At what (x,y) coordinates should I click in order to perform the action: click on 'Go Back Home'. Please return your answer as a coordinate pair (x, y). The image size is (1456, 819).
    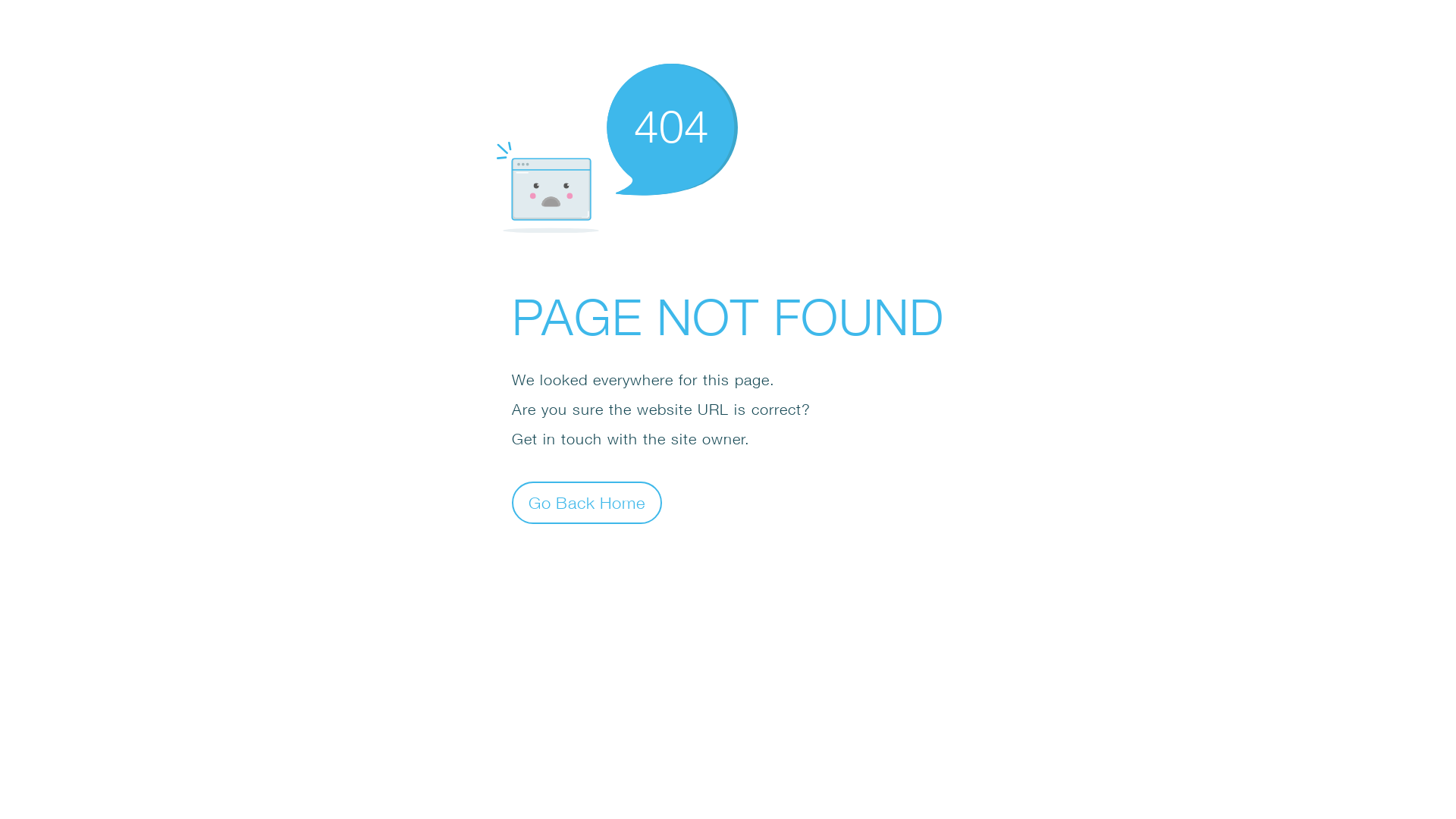
    Looking at the image, I should click on (585, 503).